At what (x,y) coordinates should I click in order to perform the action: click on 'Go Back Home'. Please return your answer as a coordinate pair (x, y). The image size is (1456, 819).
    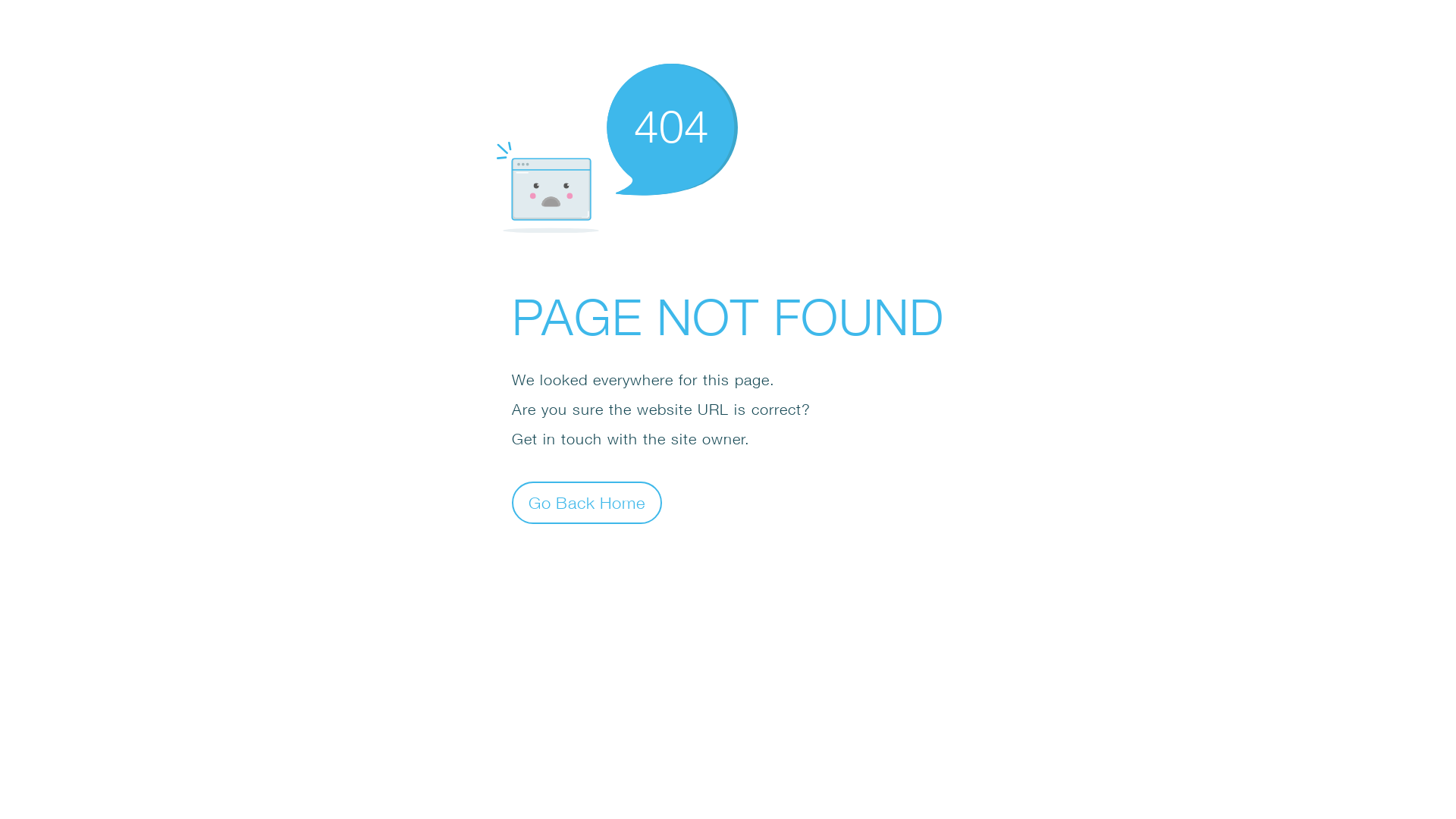
    Looking at the image, I should click on (585, 503).